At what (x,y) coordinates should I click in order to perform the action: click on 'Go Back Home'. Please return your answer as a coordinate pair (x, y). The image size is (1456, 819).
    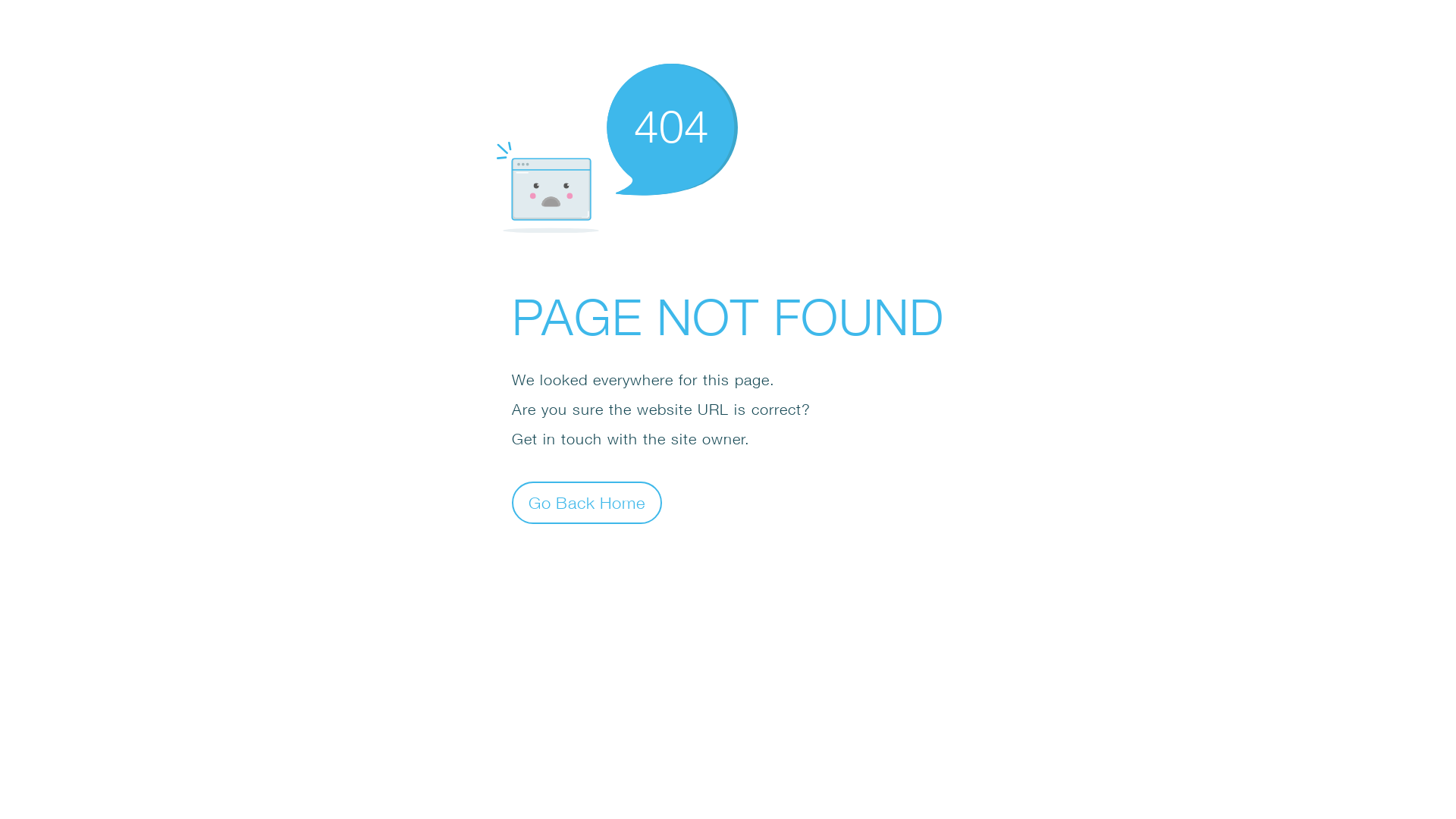
    Looking at the image, I should click on (585, 503).